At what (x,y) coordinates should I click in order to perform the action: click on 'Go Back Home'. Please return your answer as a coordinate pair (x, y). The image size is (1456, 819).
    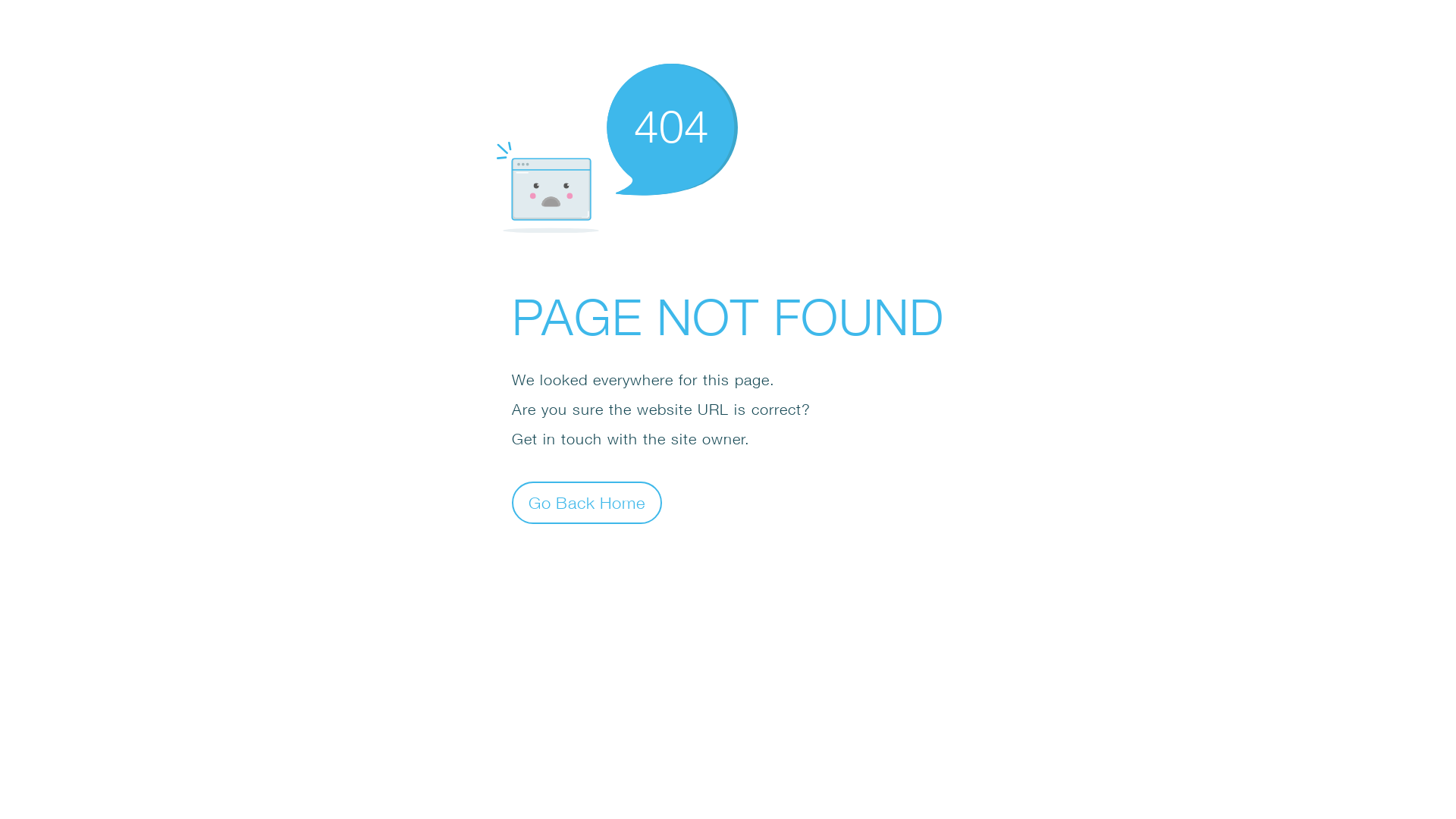
    Looking at the image, I should click on (585, 503).